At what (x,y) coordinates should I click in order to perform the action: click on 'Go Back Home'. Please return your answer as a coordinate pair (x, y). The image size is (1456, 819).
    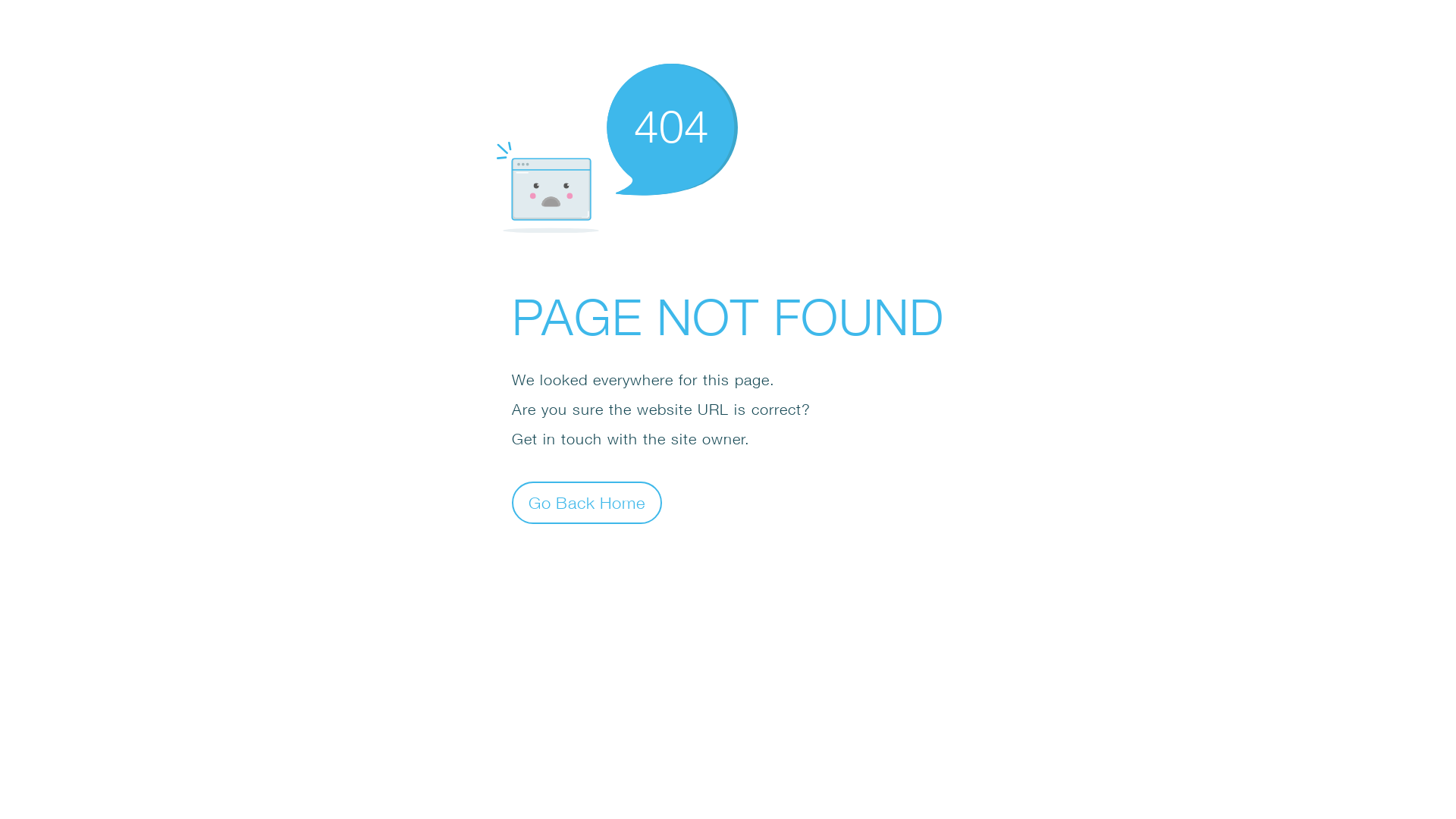
    Looking at the image, I should click on (585, 503).